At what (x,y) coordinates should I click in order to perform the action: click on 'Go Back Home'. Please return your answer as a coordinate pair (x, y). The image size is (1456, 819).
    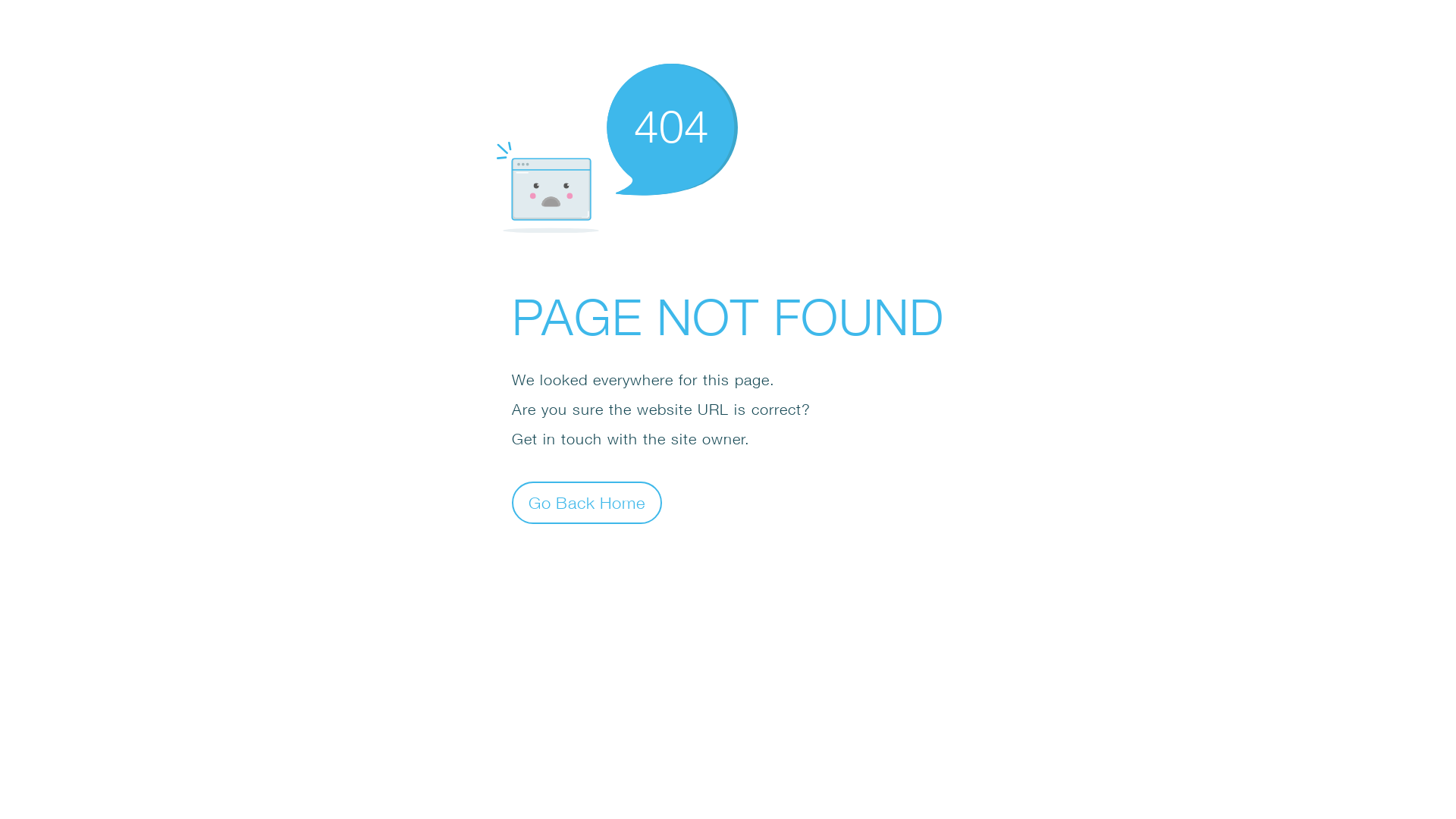
    Looking at the image, I should click on (585, 503).